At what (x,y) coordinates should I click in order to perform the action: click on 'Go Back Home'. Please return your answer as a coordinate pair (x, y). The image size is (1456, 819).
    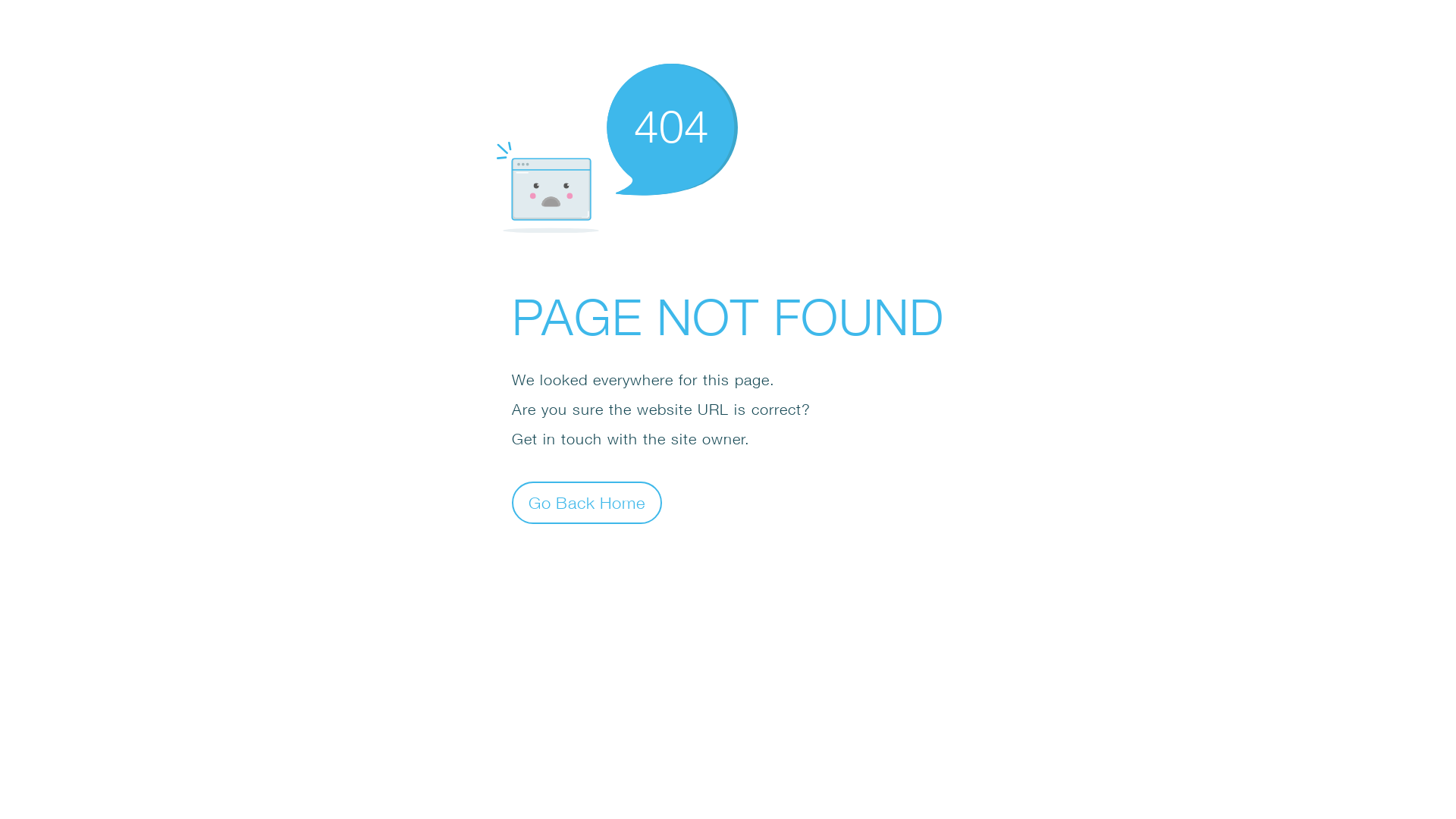
    Looking at the image, I should click on (585, 503).